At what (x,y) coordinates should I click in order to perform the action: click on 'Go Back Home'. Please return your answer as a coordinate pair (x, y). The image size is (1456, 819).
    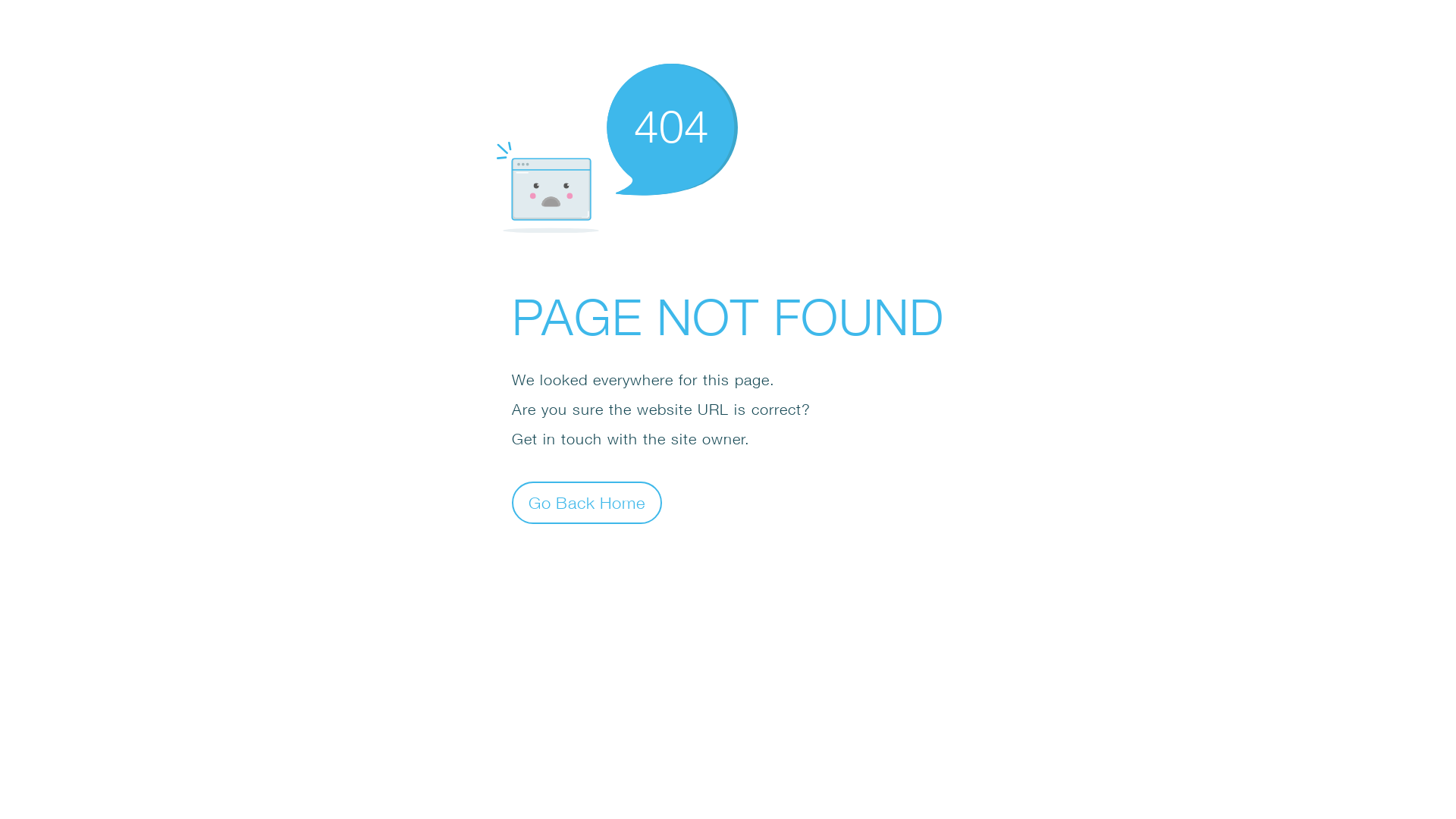
    Looking at the image, I should click on (585, 503).